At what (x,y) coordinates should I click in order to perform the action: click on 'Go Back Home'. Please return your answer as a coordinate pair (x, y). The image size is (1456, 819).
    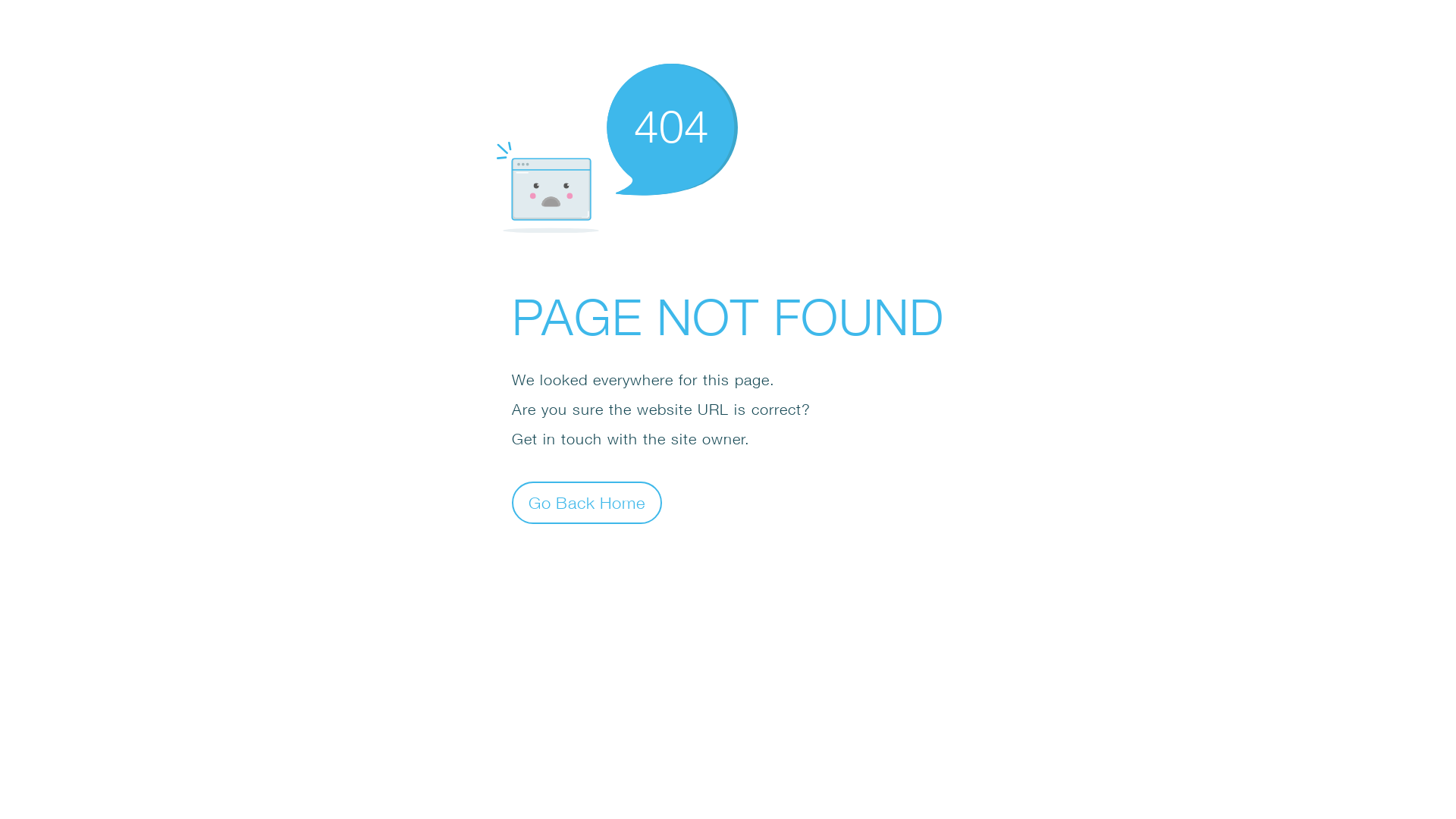
    Looking at the image, I should click on (585, 503).